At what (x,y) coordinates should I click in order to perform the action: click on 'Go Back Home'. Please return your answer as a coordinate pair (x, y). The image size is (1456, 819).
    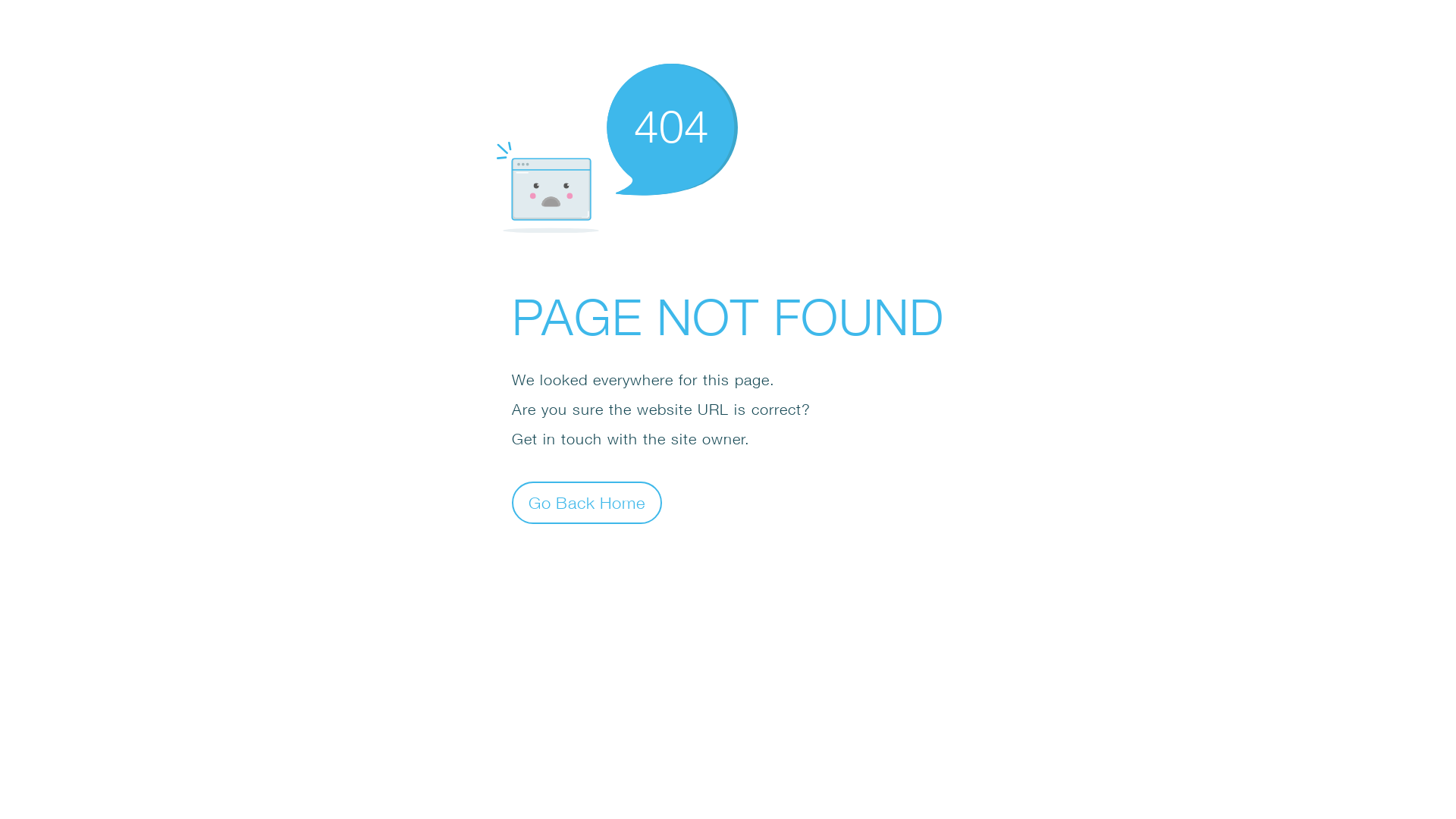
    Looking at the image, I should click on (585, 503).